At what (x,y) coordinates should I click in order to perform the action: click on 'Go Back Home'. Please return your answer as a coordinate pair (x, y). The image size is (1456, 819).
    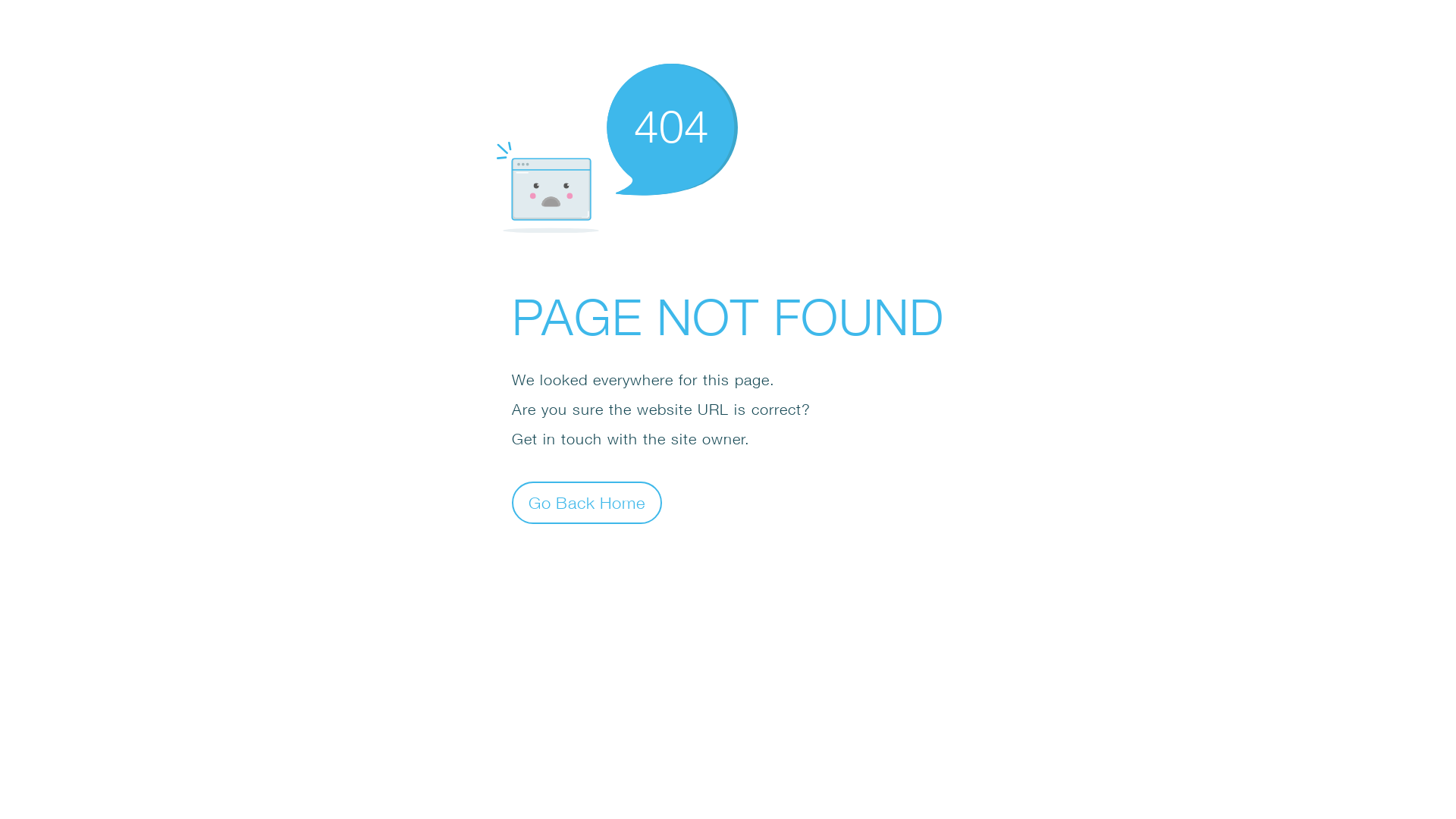
    Looking at the image, I should click on (585, 503).